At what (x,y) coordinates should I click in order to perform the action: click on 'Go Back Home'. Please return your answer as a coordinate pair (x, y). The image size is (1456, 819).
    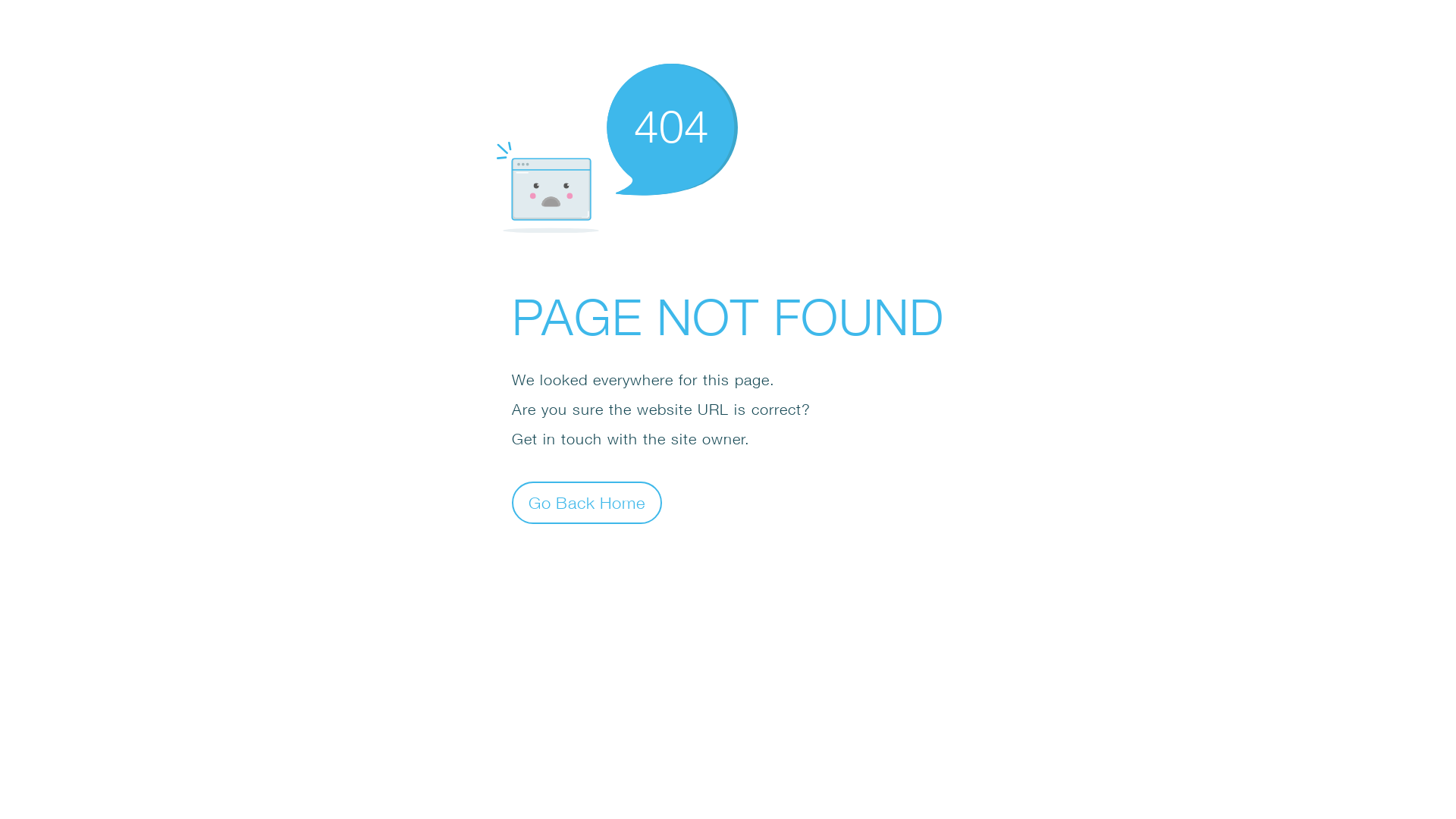
    Looking at the image, I should click on (585, 503).